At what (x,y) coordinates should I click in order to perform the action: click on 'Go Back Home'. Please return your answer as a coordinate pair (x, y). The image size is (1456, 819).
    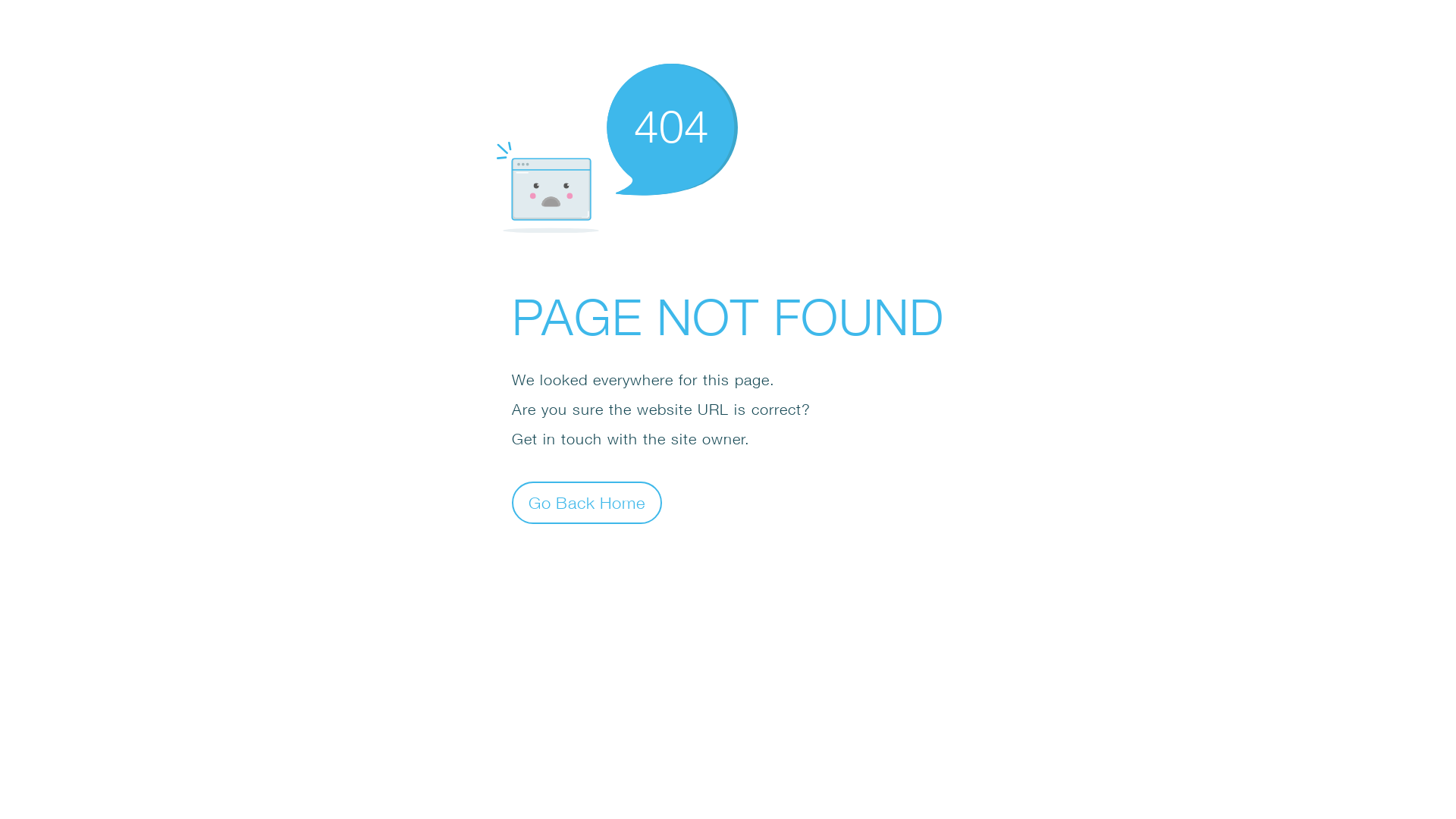
    Looking at the image, I should click on (585, 503).